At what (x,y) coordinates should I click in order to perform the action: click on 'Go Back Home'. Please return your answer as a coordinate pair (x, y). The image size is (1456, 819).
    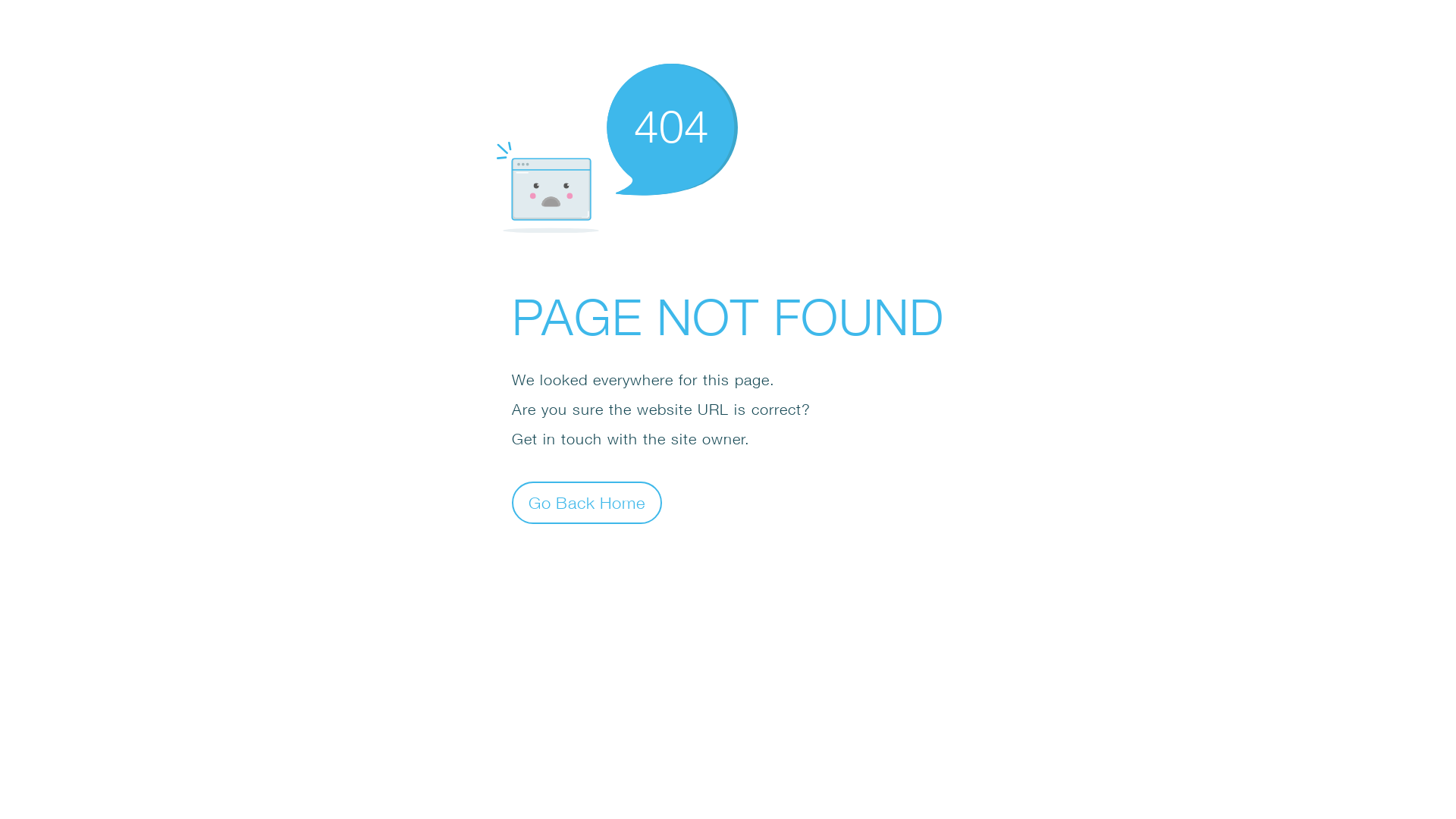
    Looking at the image, I should click on (585, 503).